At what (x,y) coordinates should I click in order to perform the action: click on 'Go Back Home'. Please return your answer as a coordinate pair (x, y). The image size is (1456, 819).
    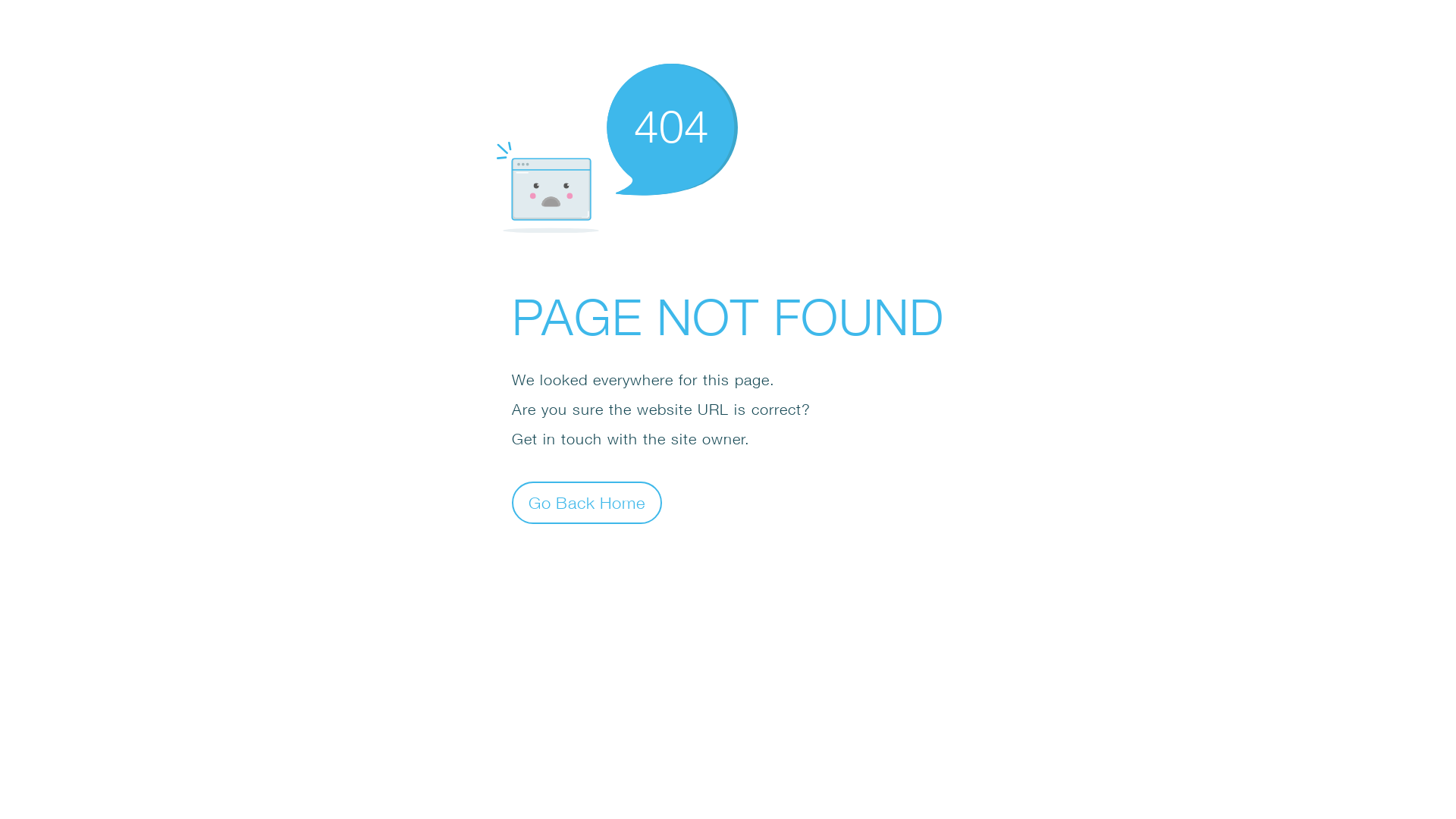
    Looking at the image, I should click on (585, 503).